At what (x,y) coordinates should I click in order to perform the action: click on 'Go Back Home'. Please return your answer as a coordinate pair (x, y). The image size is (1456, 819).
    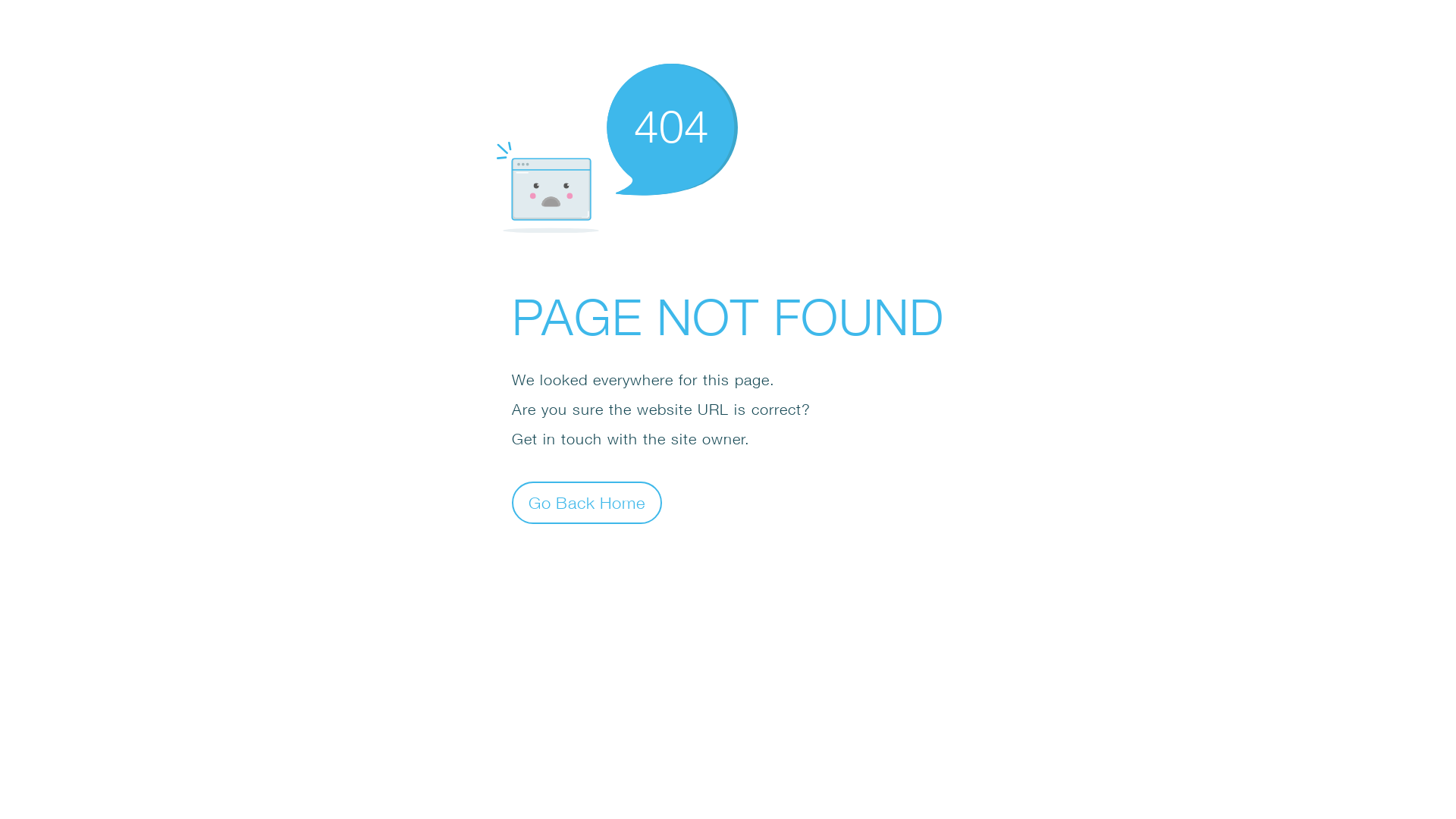
    Looking at the image, I should click on (585, 503).